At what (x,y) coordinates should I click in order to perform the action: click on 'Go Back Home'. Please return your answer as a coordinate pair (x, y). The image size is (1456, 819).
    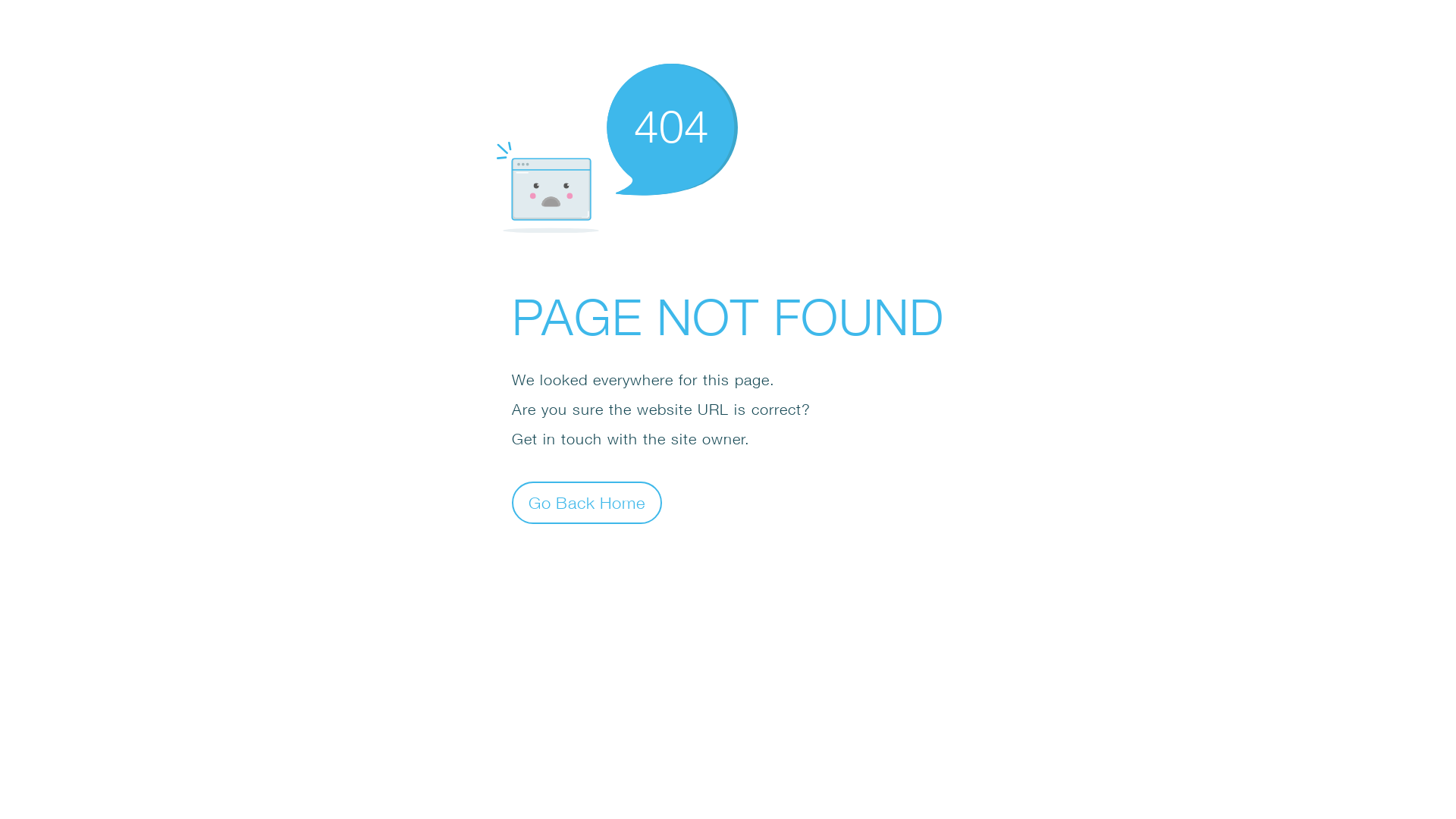
    Looking at the image, I should click on (585, 503).